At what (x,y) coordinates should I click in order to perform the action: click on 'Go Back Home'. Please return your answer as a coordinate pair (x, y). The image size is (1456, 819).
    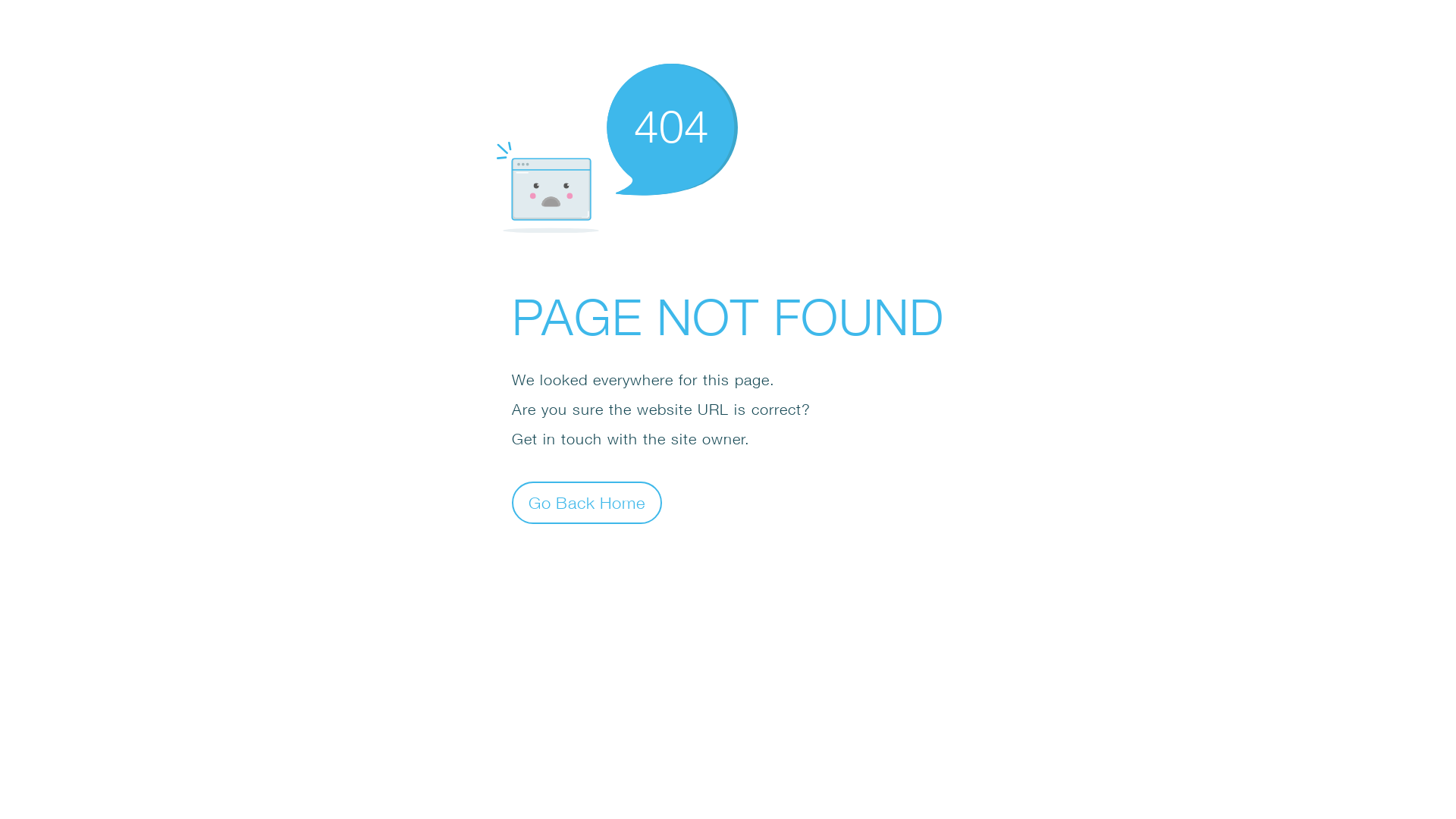
    Looking at the image, I should click on (585, 503).